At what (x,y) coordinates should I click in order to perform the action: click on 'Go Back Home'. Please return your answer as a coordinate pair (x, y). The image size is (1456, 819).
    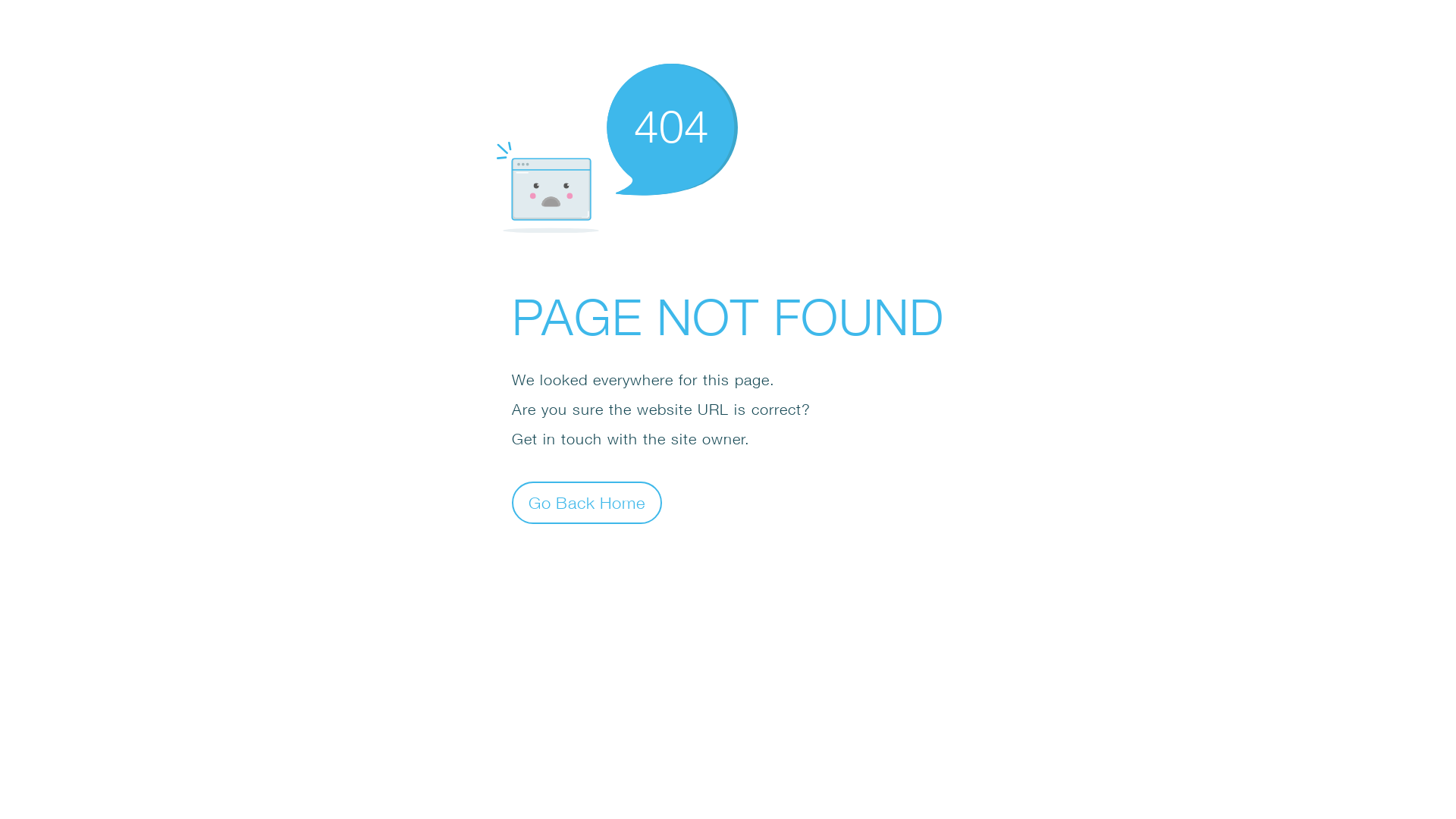
    Looking at the image, I should click on (585, 503).